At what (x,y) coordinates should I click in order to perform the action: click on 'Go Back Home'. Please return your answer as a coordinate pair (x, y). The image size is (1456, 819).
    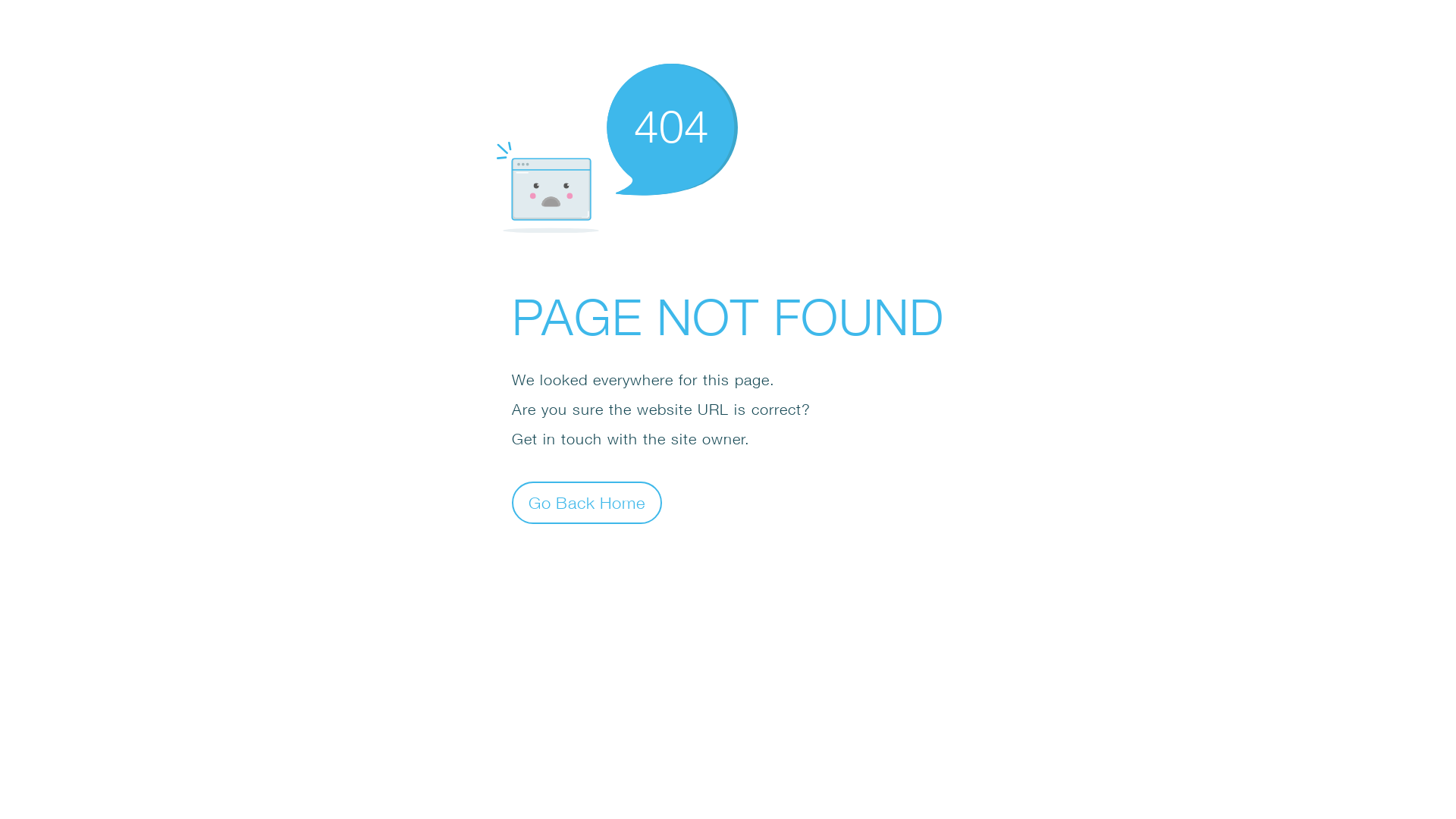
    Looking at the image, I should click on (585, 503).